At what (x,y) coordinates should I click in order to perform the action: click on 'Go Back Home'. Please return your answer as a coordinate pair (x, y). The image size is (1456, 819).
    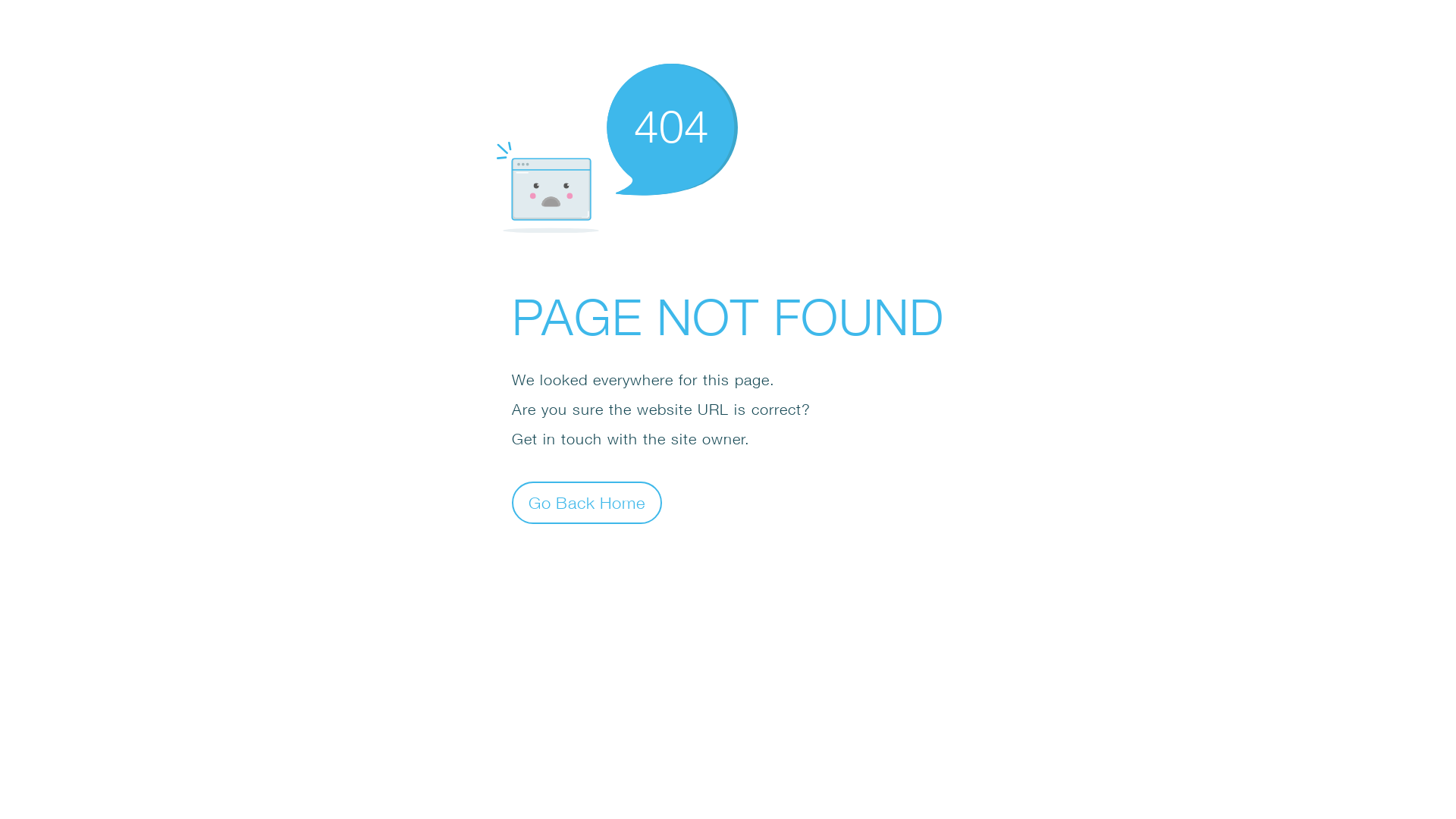
    Looking at the image, I should click on (585, 503).